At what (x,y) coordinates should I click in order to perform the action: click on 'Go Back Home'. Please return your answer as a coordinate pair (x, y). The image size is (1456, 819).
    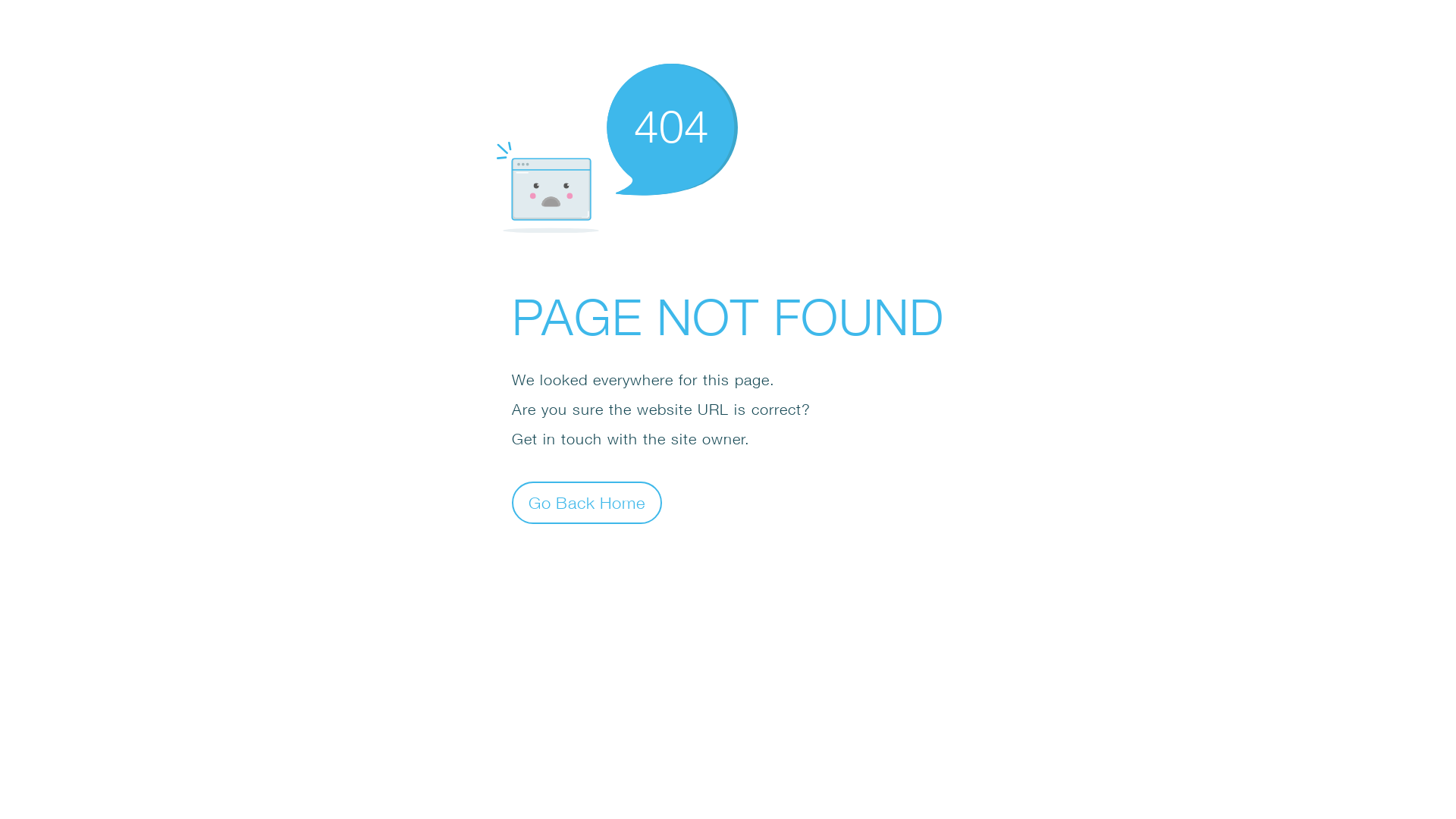
    Looking at the image, I should click on (585, 503).